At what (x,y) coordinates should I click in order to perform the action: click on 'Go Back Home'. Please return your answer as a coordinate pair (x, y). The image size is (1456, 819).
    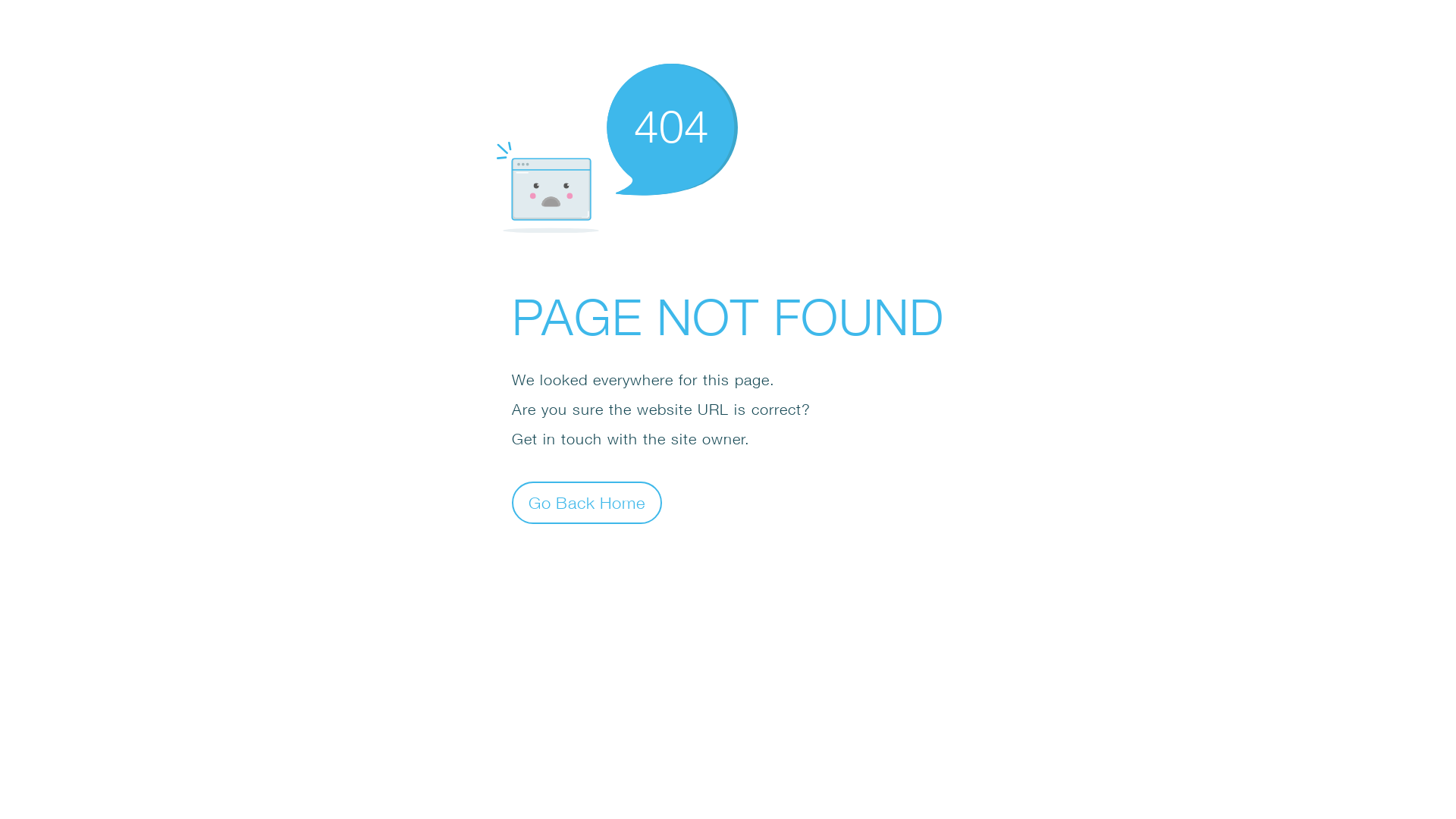
    Looking at the image, I should click on (585, 503).